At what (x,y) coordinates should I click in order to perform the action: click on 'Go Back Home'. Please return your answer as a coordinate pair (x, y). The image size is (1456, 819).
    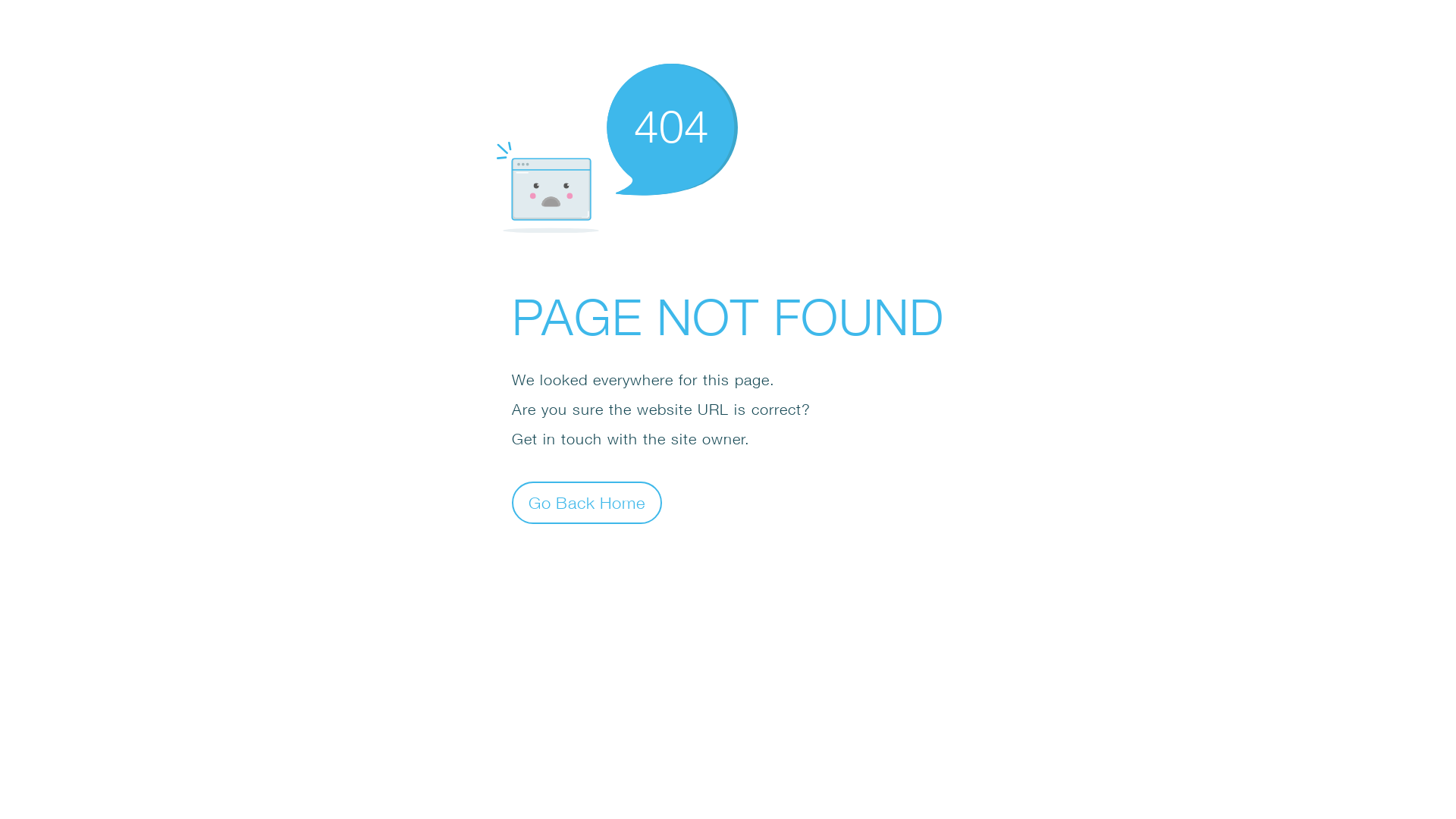
    Looking at the image, I should click on (585, 503).